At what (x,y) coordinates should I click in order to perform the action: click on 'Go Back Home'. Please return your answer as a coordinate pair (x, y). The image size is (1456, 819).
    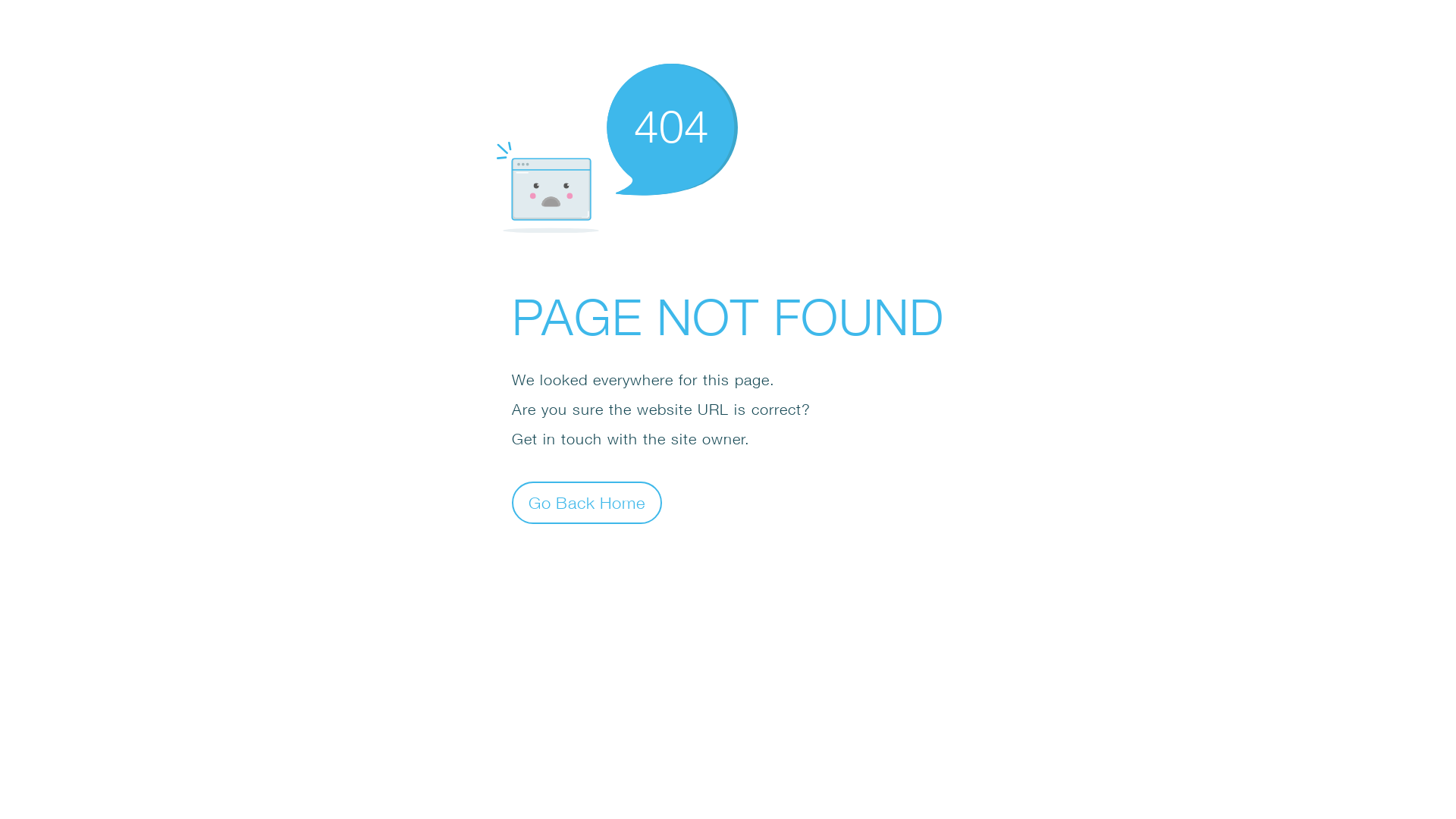
    Looking at the image, I should click on (585, 503).